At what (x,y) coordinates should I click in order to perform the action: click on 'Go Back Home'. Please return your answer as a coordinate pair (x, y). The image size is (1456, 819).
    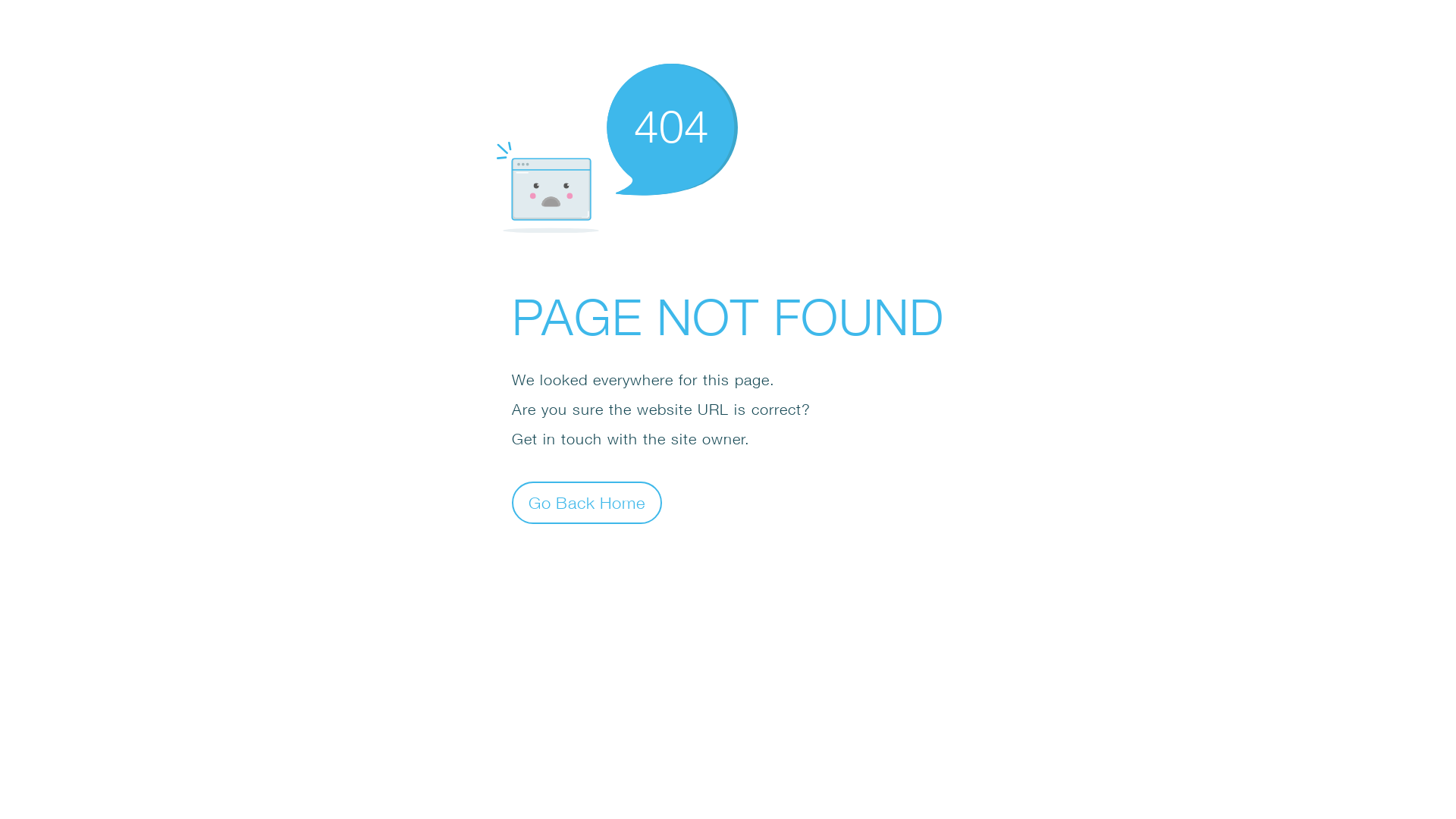
    Looking at the image, I should click on (585, 503).